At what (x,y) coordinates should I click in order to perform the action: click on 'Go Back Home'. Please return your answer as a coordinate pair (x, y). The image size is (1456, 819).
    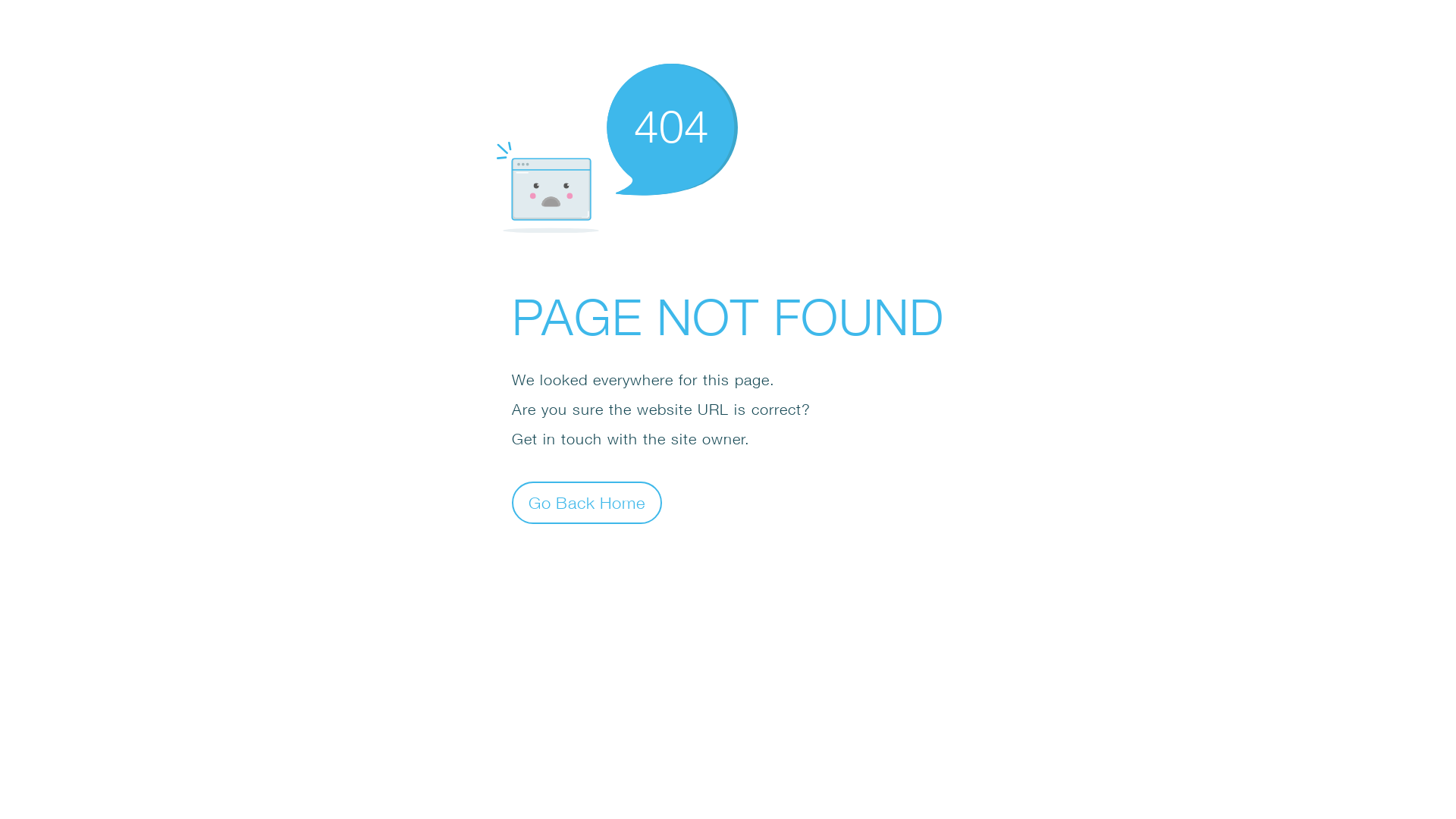
    Looking at the image, I should click on (585, 503).